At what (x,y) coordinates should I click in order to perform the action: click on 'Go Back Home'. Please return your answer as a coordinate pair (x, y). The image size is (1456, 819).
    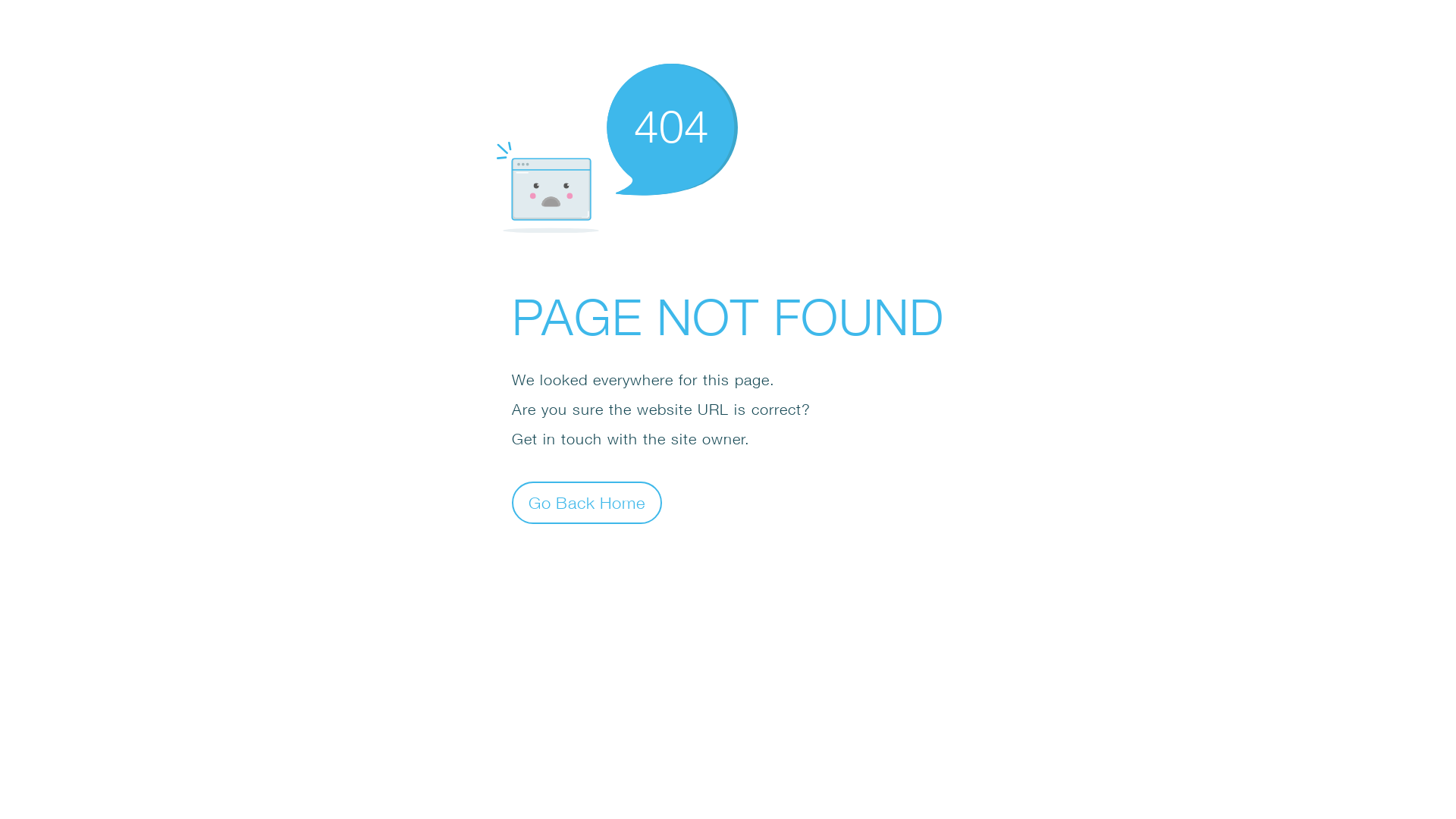
    Looking at the image, I should click on (585, 503).